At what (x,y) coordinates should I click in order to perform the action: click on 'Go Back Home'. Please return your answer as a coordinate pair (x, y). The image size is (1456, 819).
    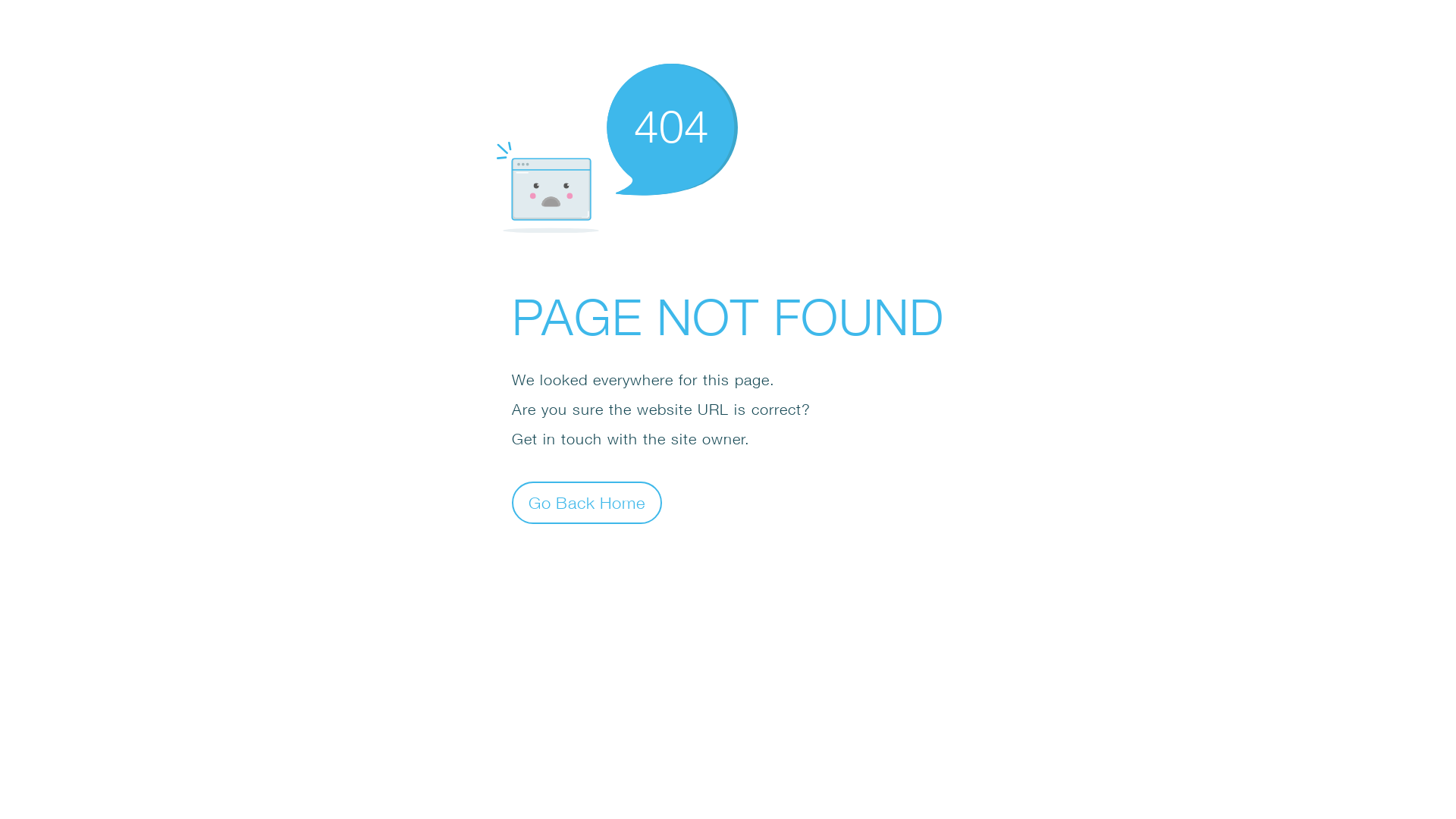
    Looking at the image, I should click on (585, 503).